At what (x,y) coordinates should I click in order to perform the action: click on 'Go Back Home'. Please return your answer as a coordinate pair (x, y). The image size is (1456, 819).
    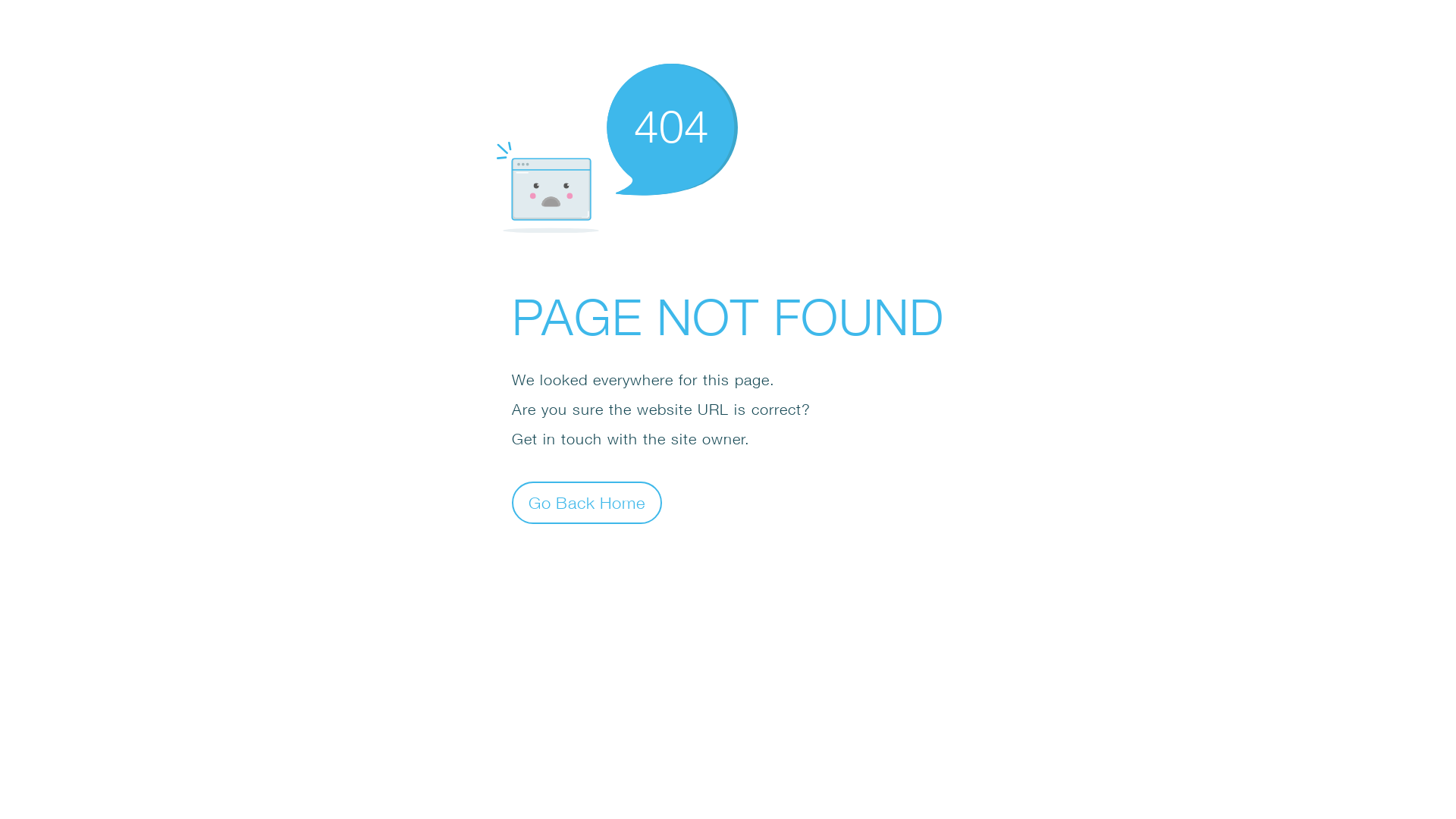
    Looking at the image, I should click on (585, 503).